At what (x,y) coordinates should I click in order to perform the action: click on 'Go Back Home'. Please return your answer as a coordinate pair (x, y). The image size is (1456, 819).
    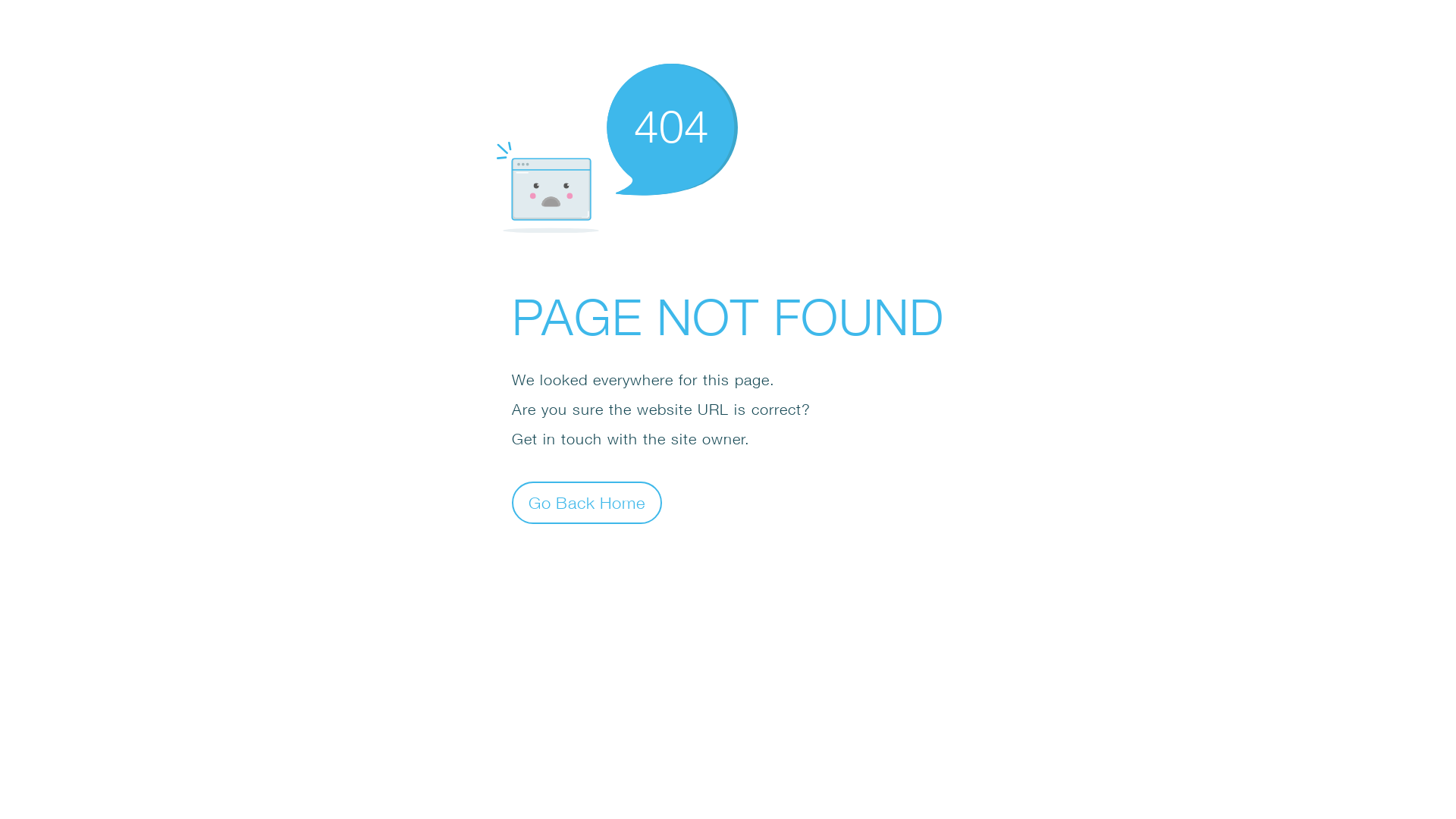
    Looking at the image, I should click on (585, 503).